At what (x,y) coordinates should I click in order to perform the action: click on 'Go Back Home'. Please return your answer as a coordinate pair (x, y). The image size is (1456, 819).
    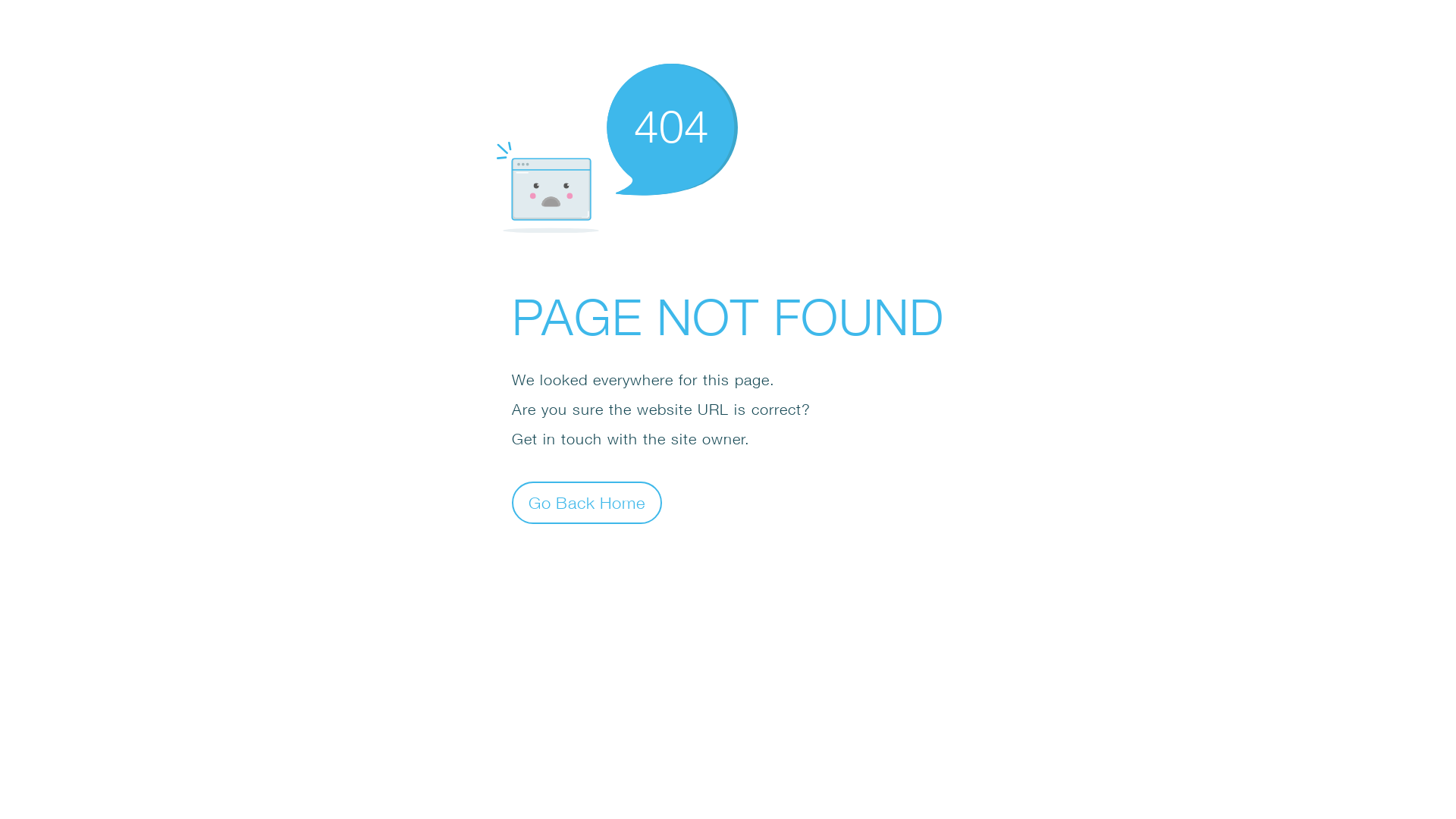
    Looking at the image, I should click on (585, 503).